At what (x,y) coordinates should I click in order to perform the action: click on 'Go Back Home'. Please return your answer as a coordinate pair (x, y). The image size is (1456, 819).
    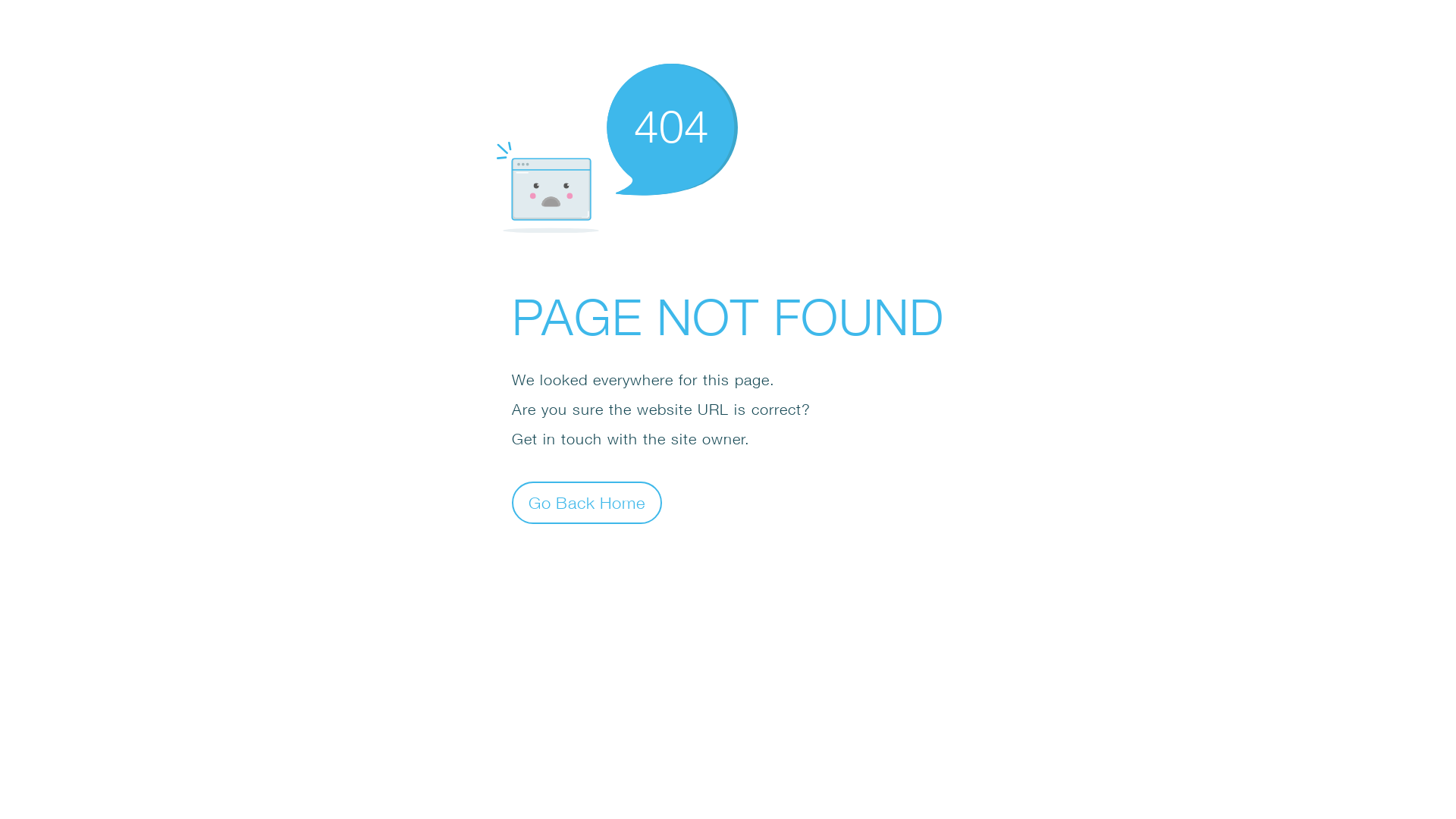
    Looking at the image, I should click on (585, 503).